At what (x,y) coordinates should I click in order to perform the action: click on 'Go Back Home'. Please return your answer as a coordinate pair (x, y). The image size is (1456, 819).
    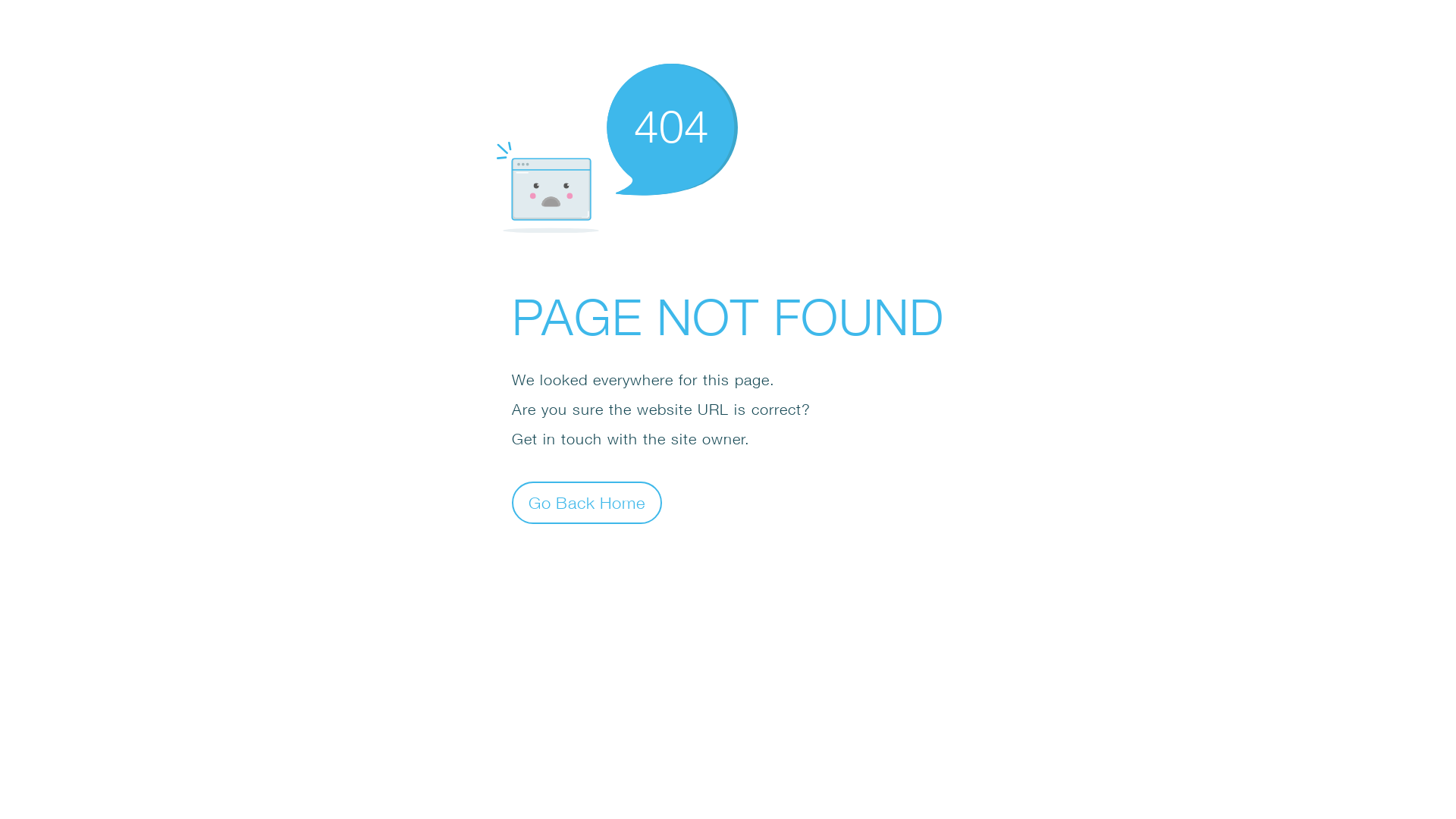
    Looking at the image, I should click on (585, 503).